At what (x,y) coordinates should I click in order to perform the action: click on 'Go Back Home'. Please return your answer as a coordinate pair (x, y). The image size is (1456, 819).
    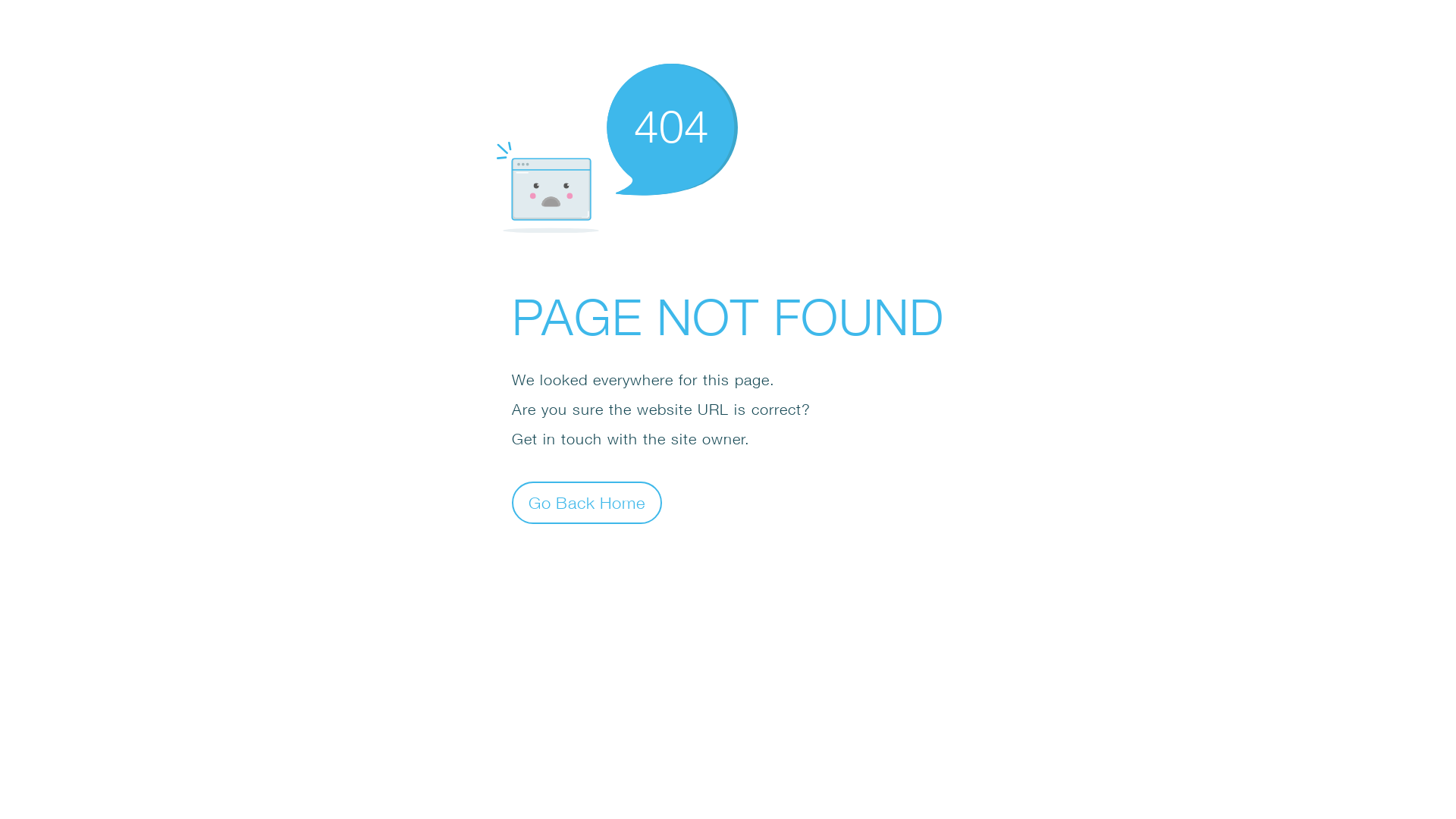
    Looking at the image, I should click on (585, 503).